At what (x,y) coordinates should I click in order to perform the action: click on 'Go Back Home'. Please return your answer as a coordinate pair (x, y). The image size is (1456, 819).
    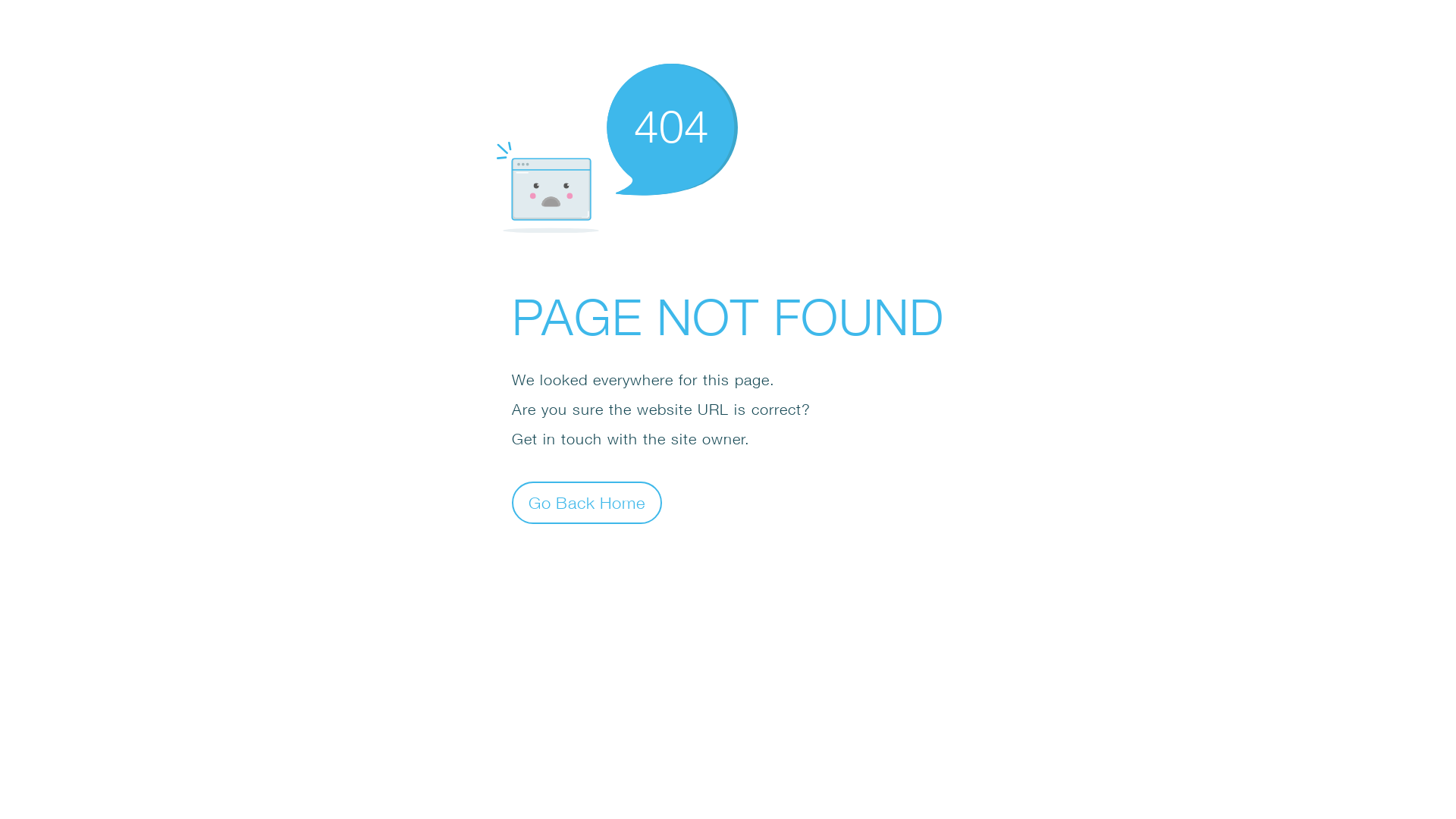
    Looking at the image, I should click on (585, 503).